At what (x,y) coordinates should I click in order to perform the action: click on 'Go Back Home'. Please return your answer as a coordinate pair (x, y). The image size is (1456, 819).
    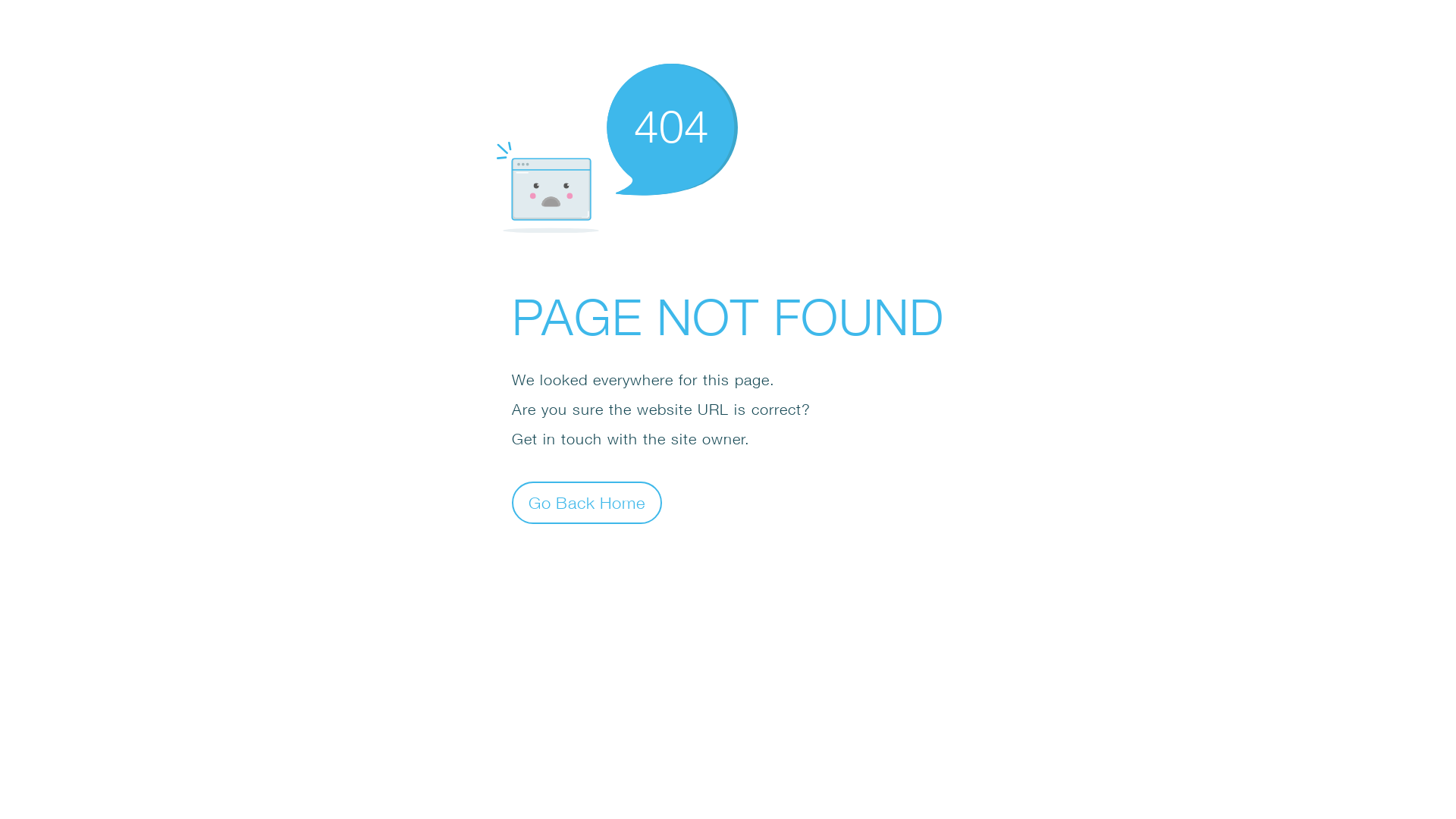
    Looking at the image, I should click on (585, 503).